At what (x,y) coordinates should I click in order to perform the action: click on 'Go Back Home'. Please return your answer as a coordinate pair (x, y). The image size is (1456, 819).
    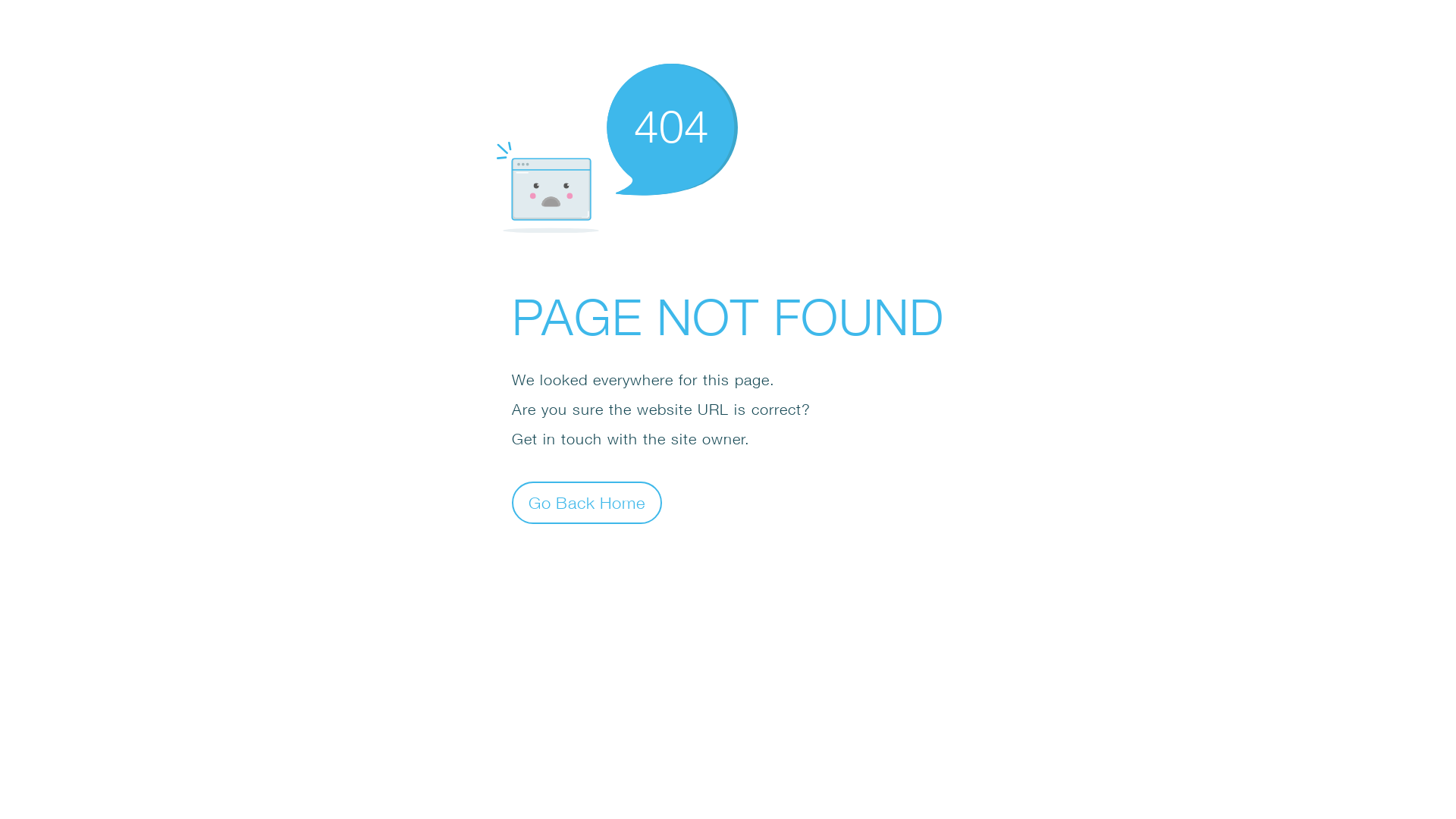
    Looking at the image, I should click on (585, 503).